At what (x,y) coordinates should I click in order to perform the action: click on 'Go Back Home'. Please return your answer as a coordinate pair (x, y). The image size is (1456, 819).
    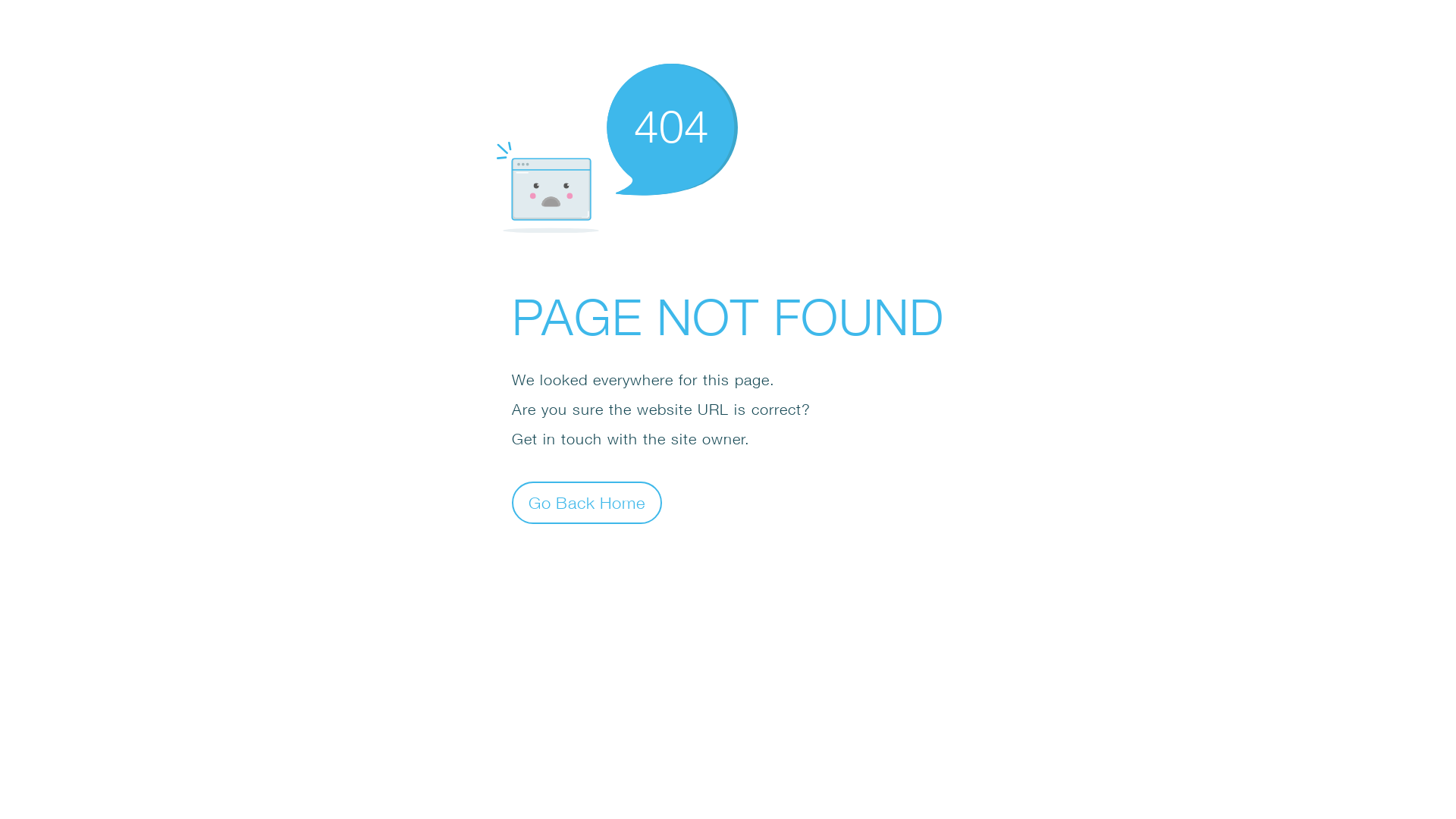
    Looking at the image, I should click on (585, 503).